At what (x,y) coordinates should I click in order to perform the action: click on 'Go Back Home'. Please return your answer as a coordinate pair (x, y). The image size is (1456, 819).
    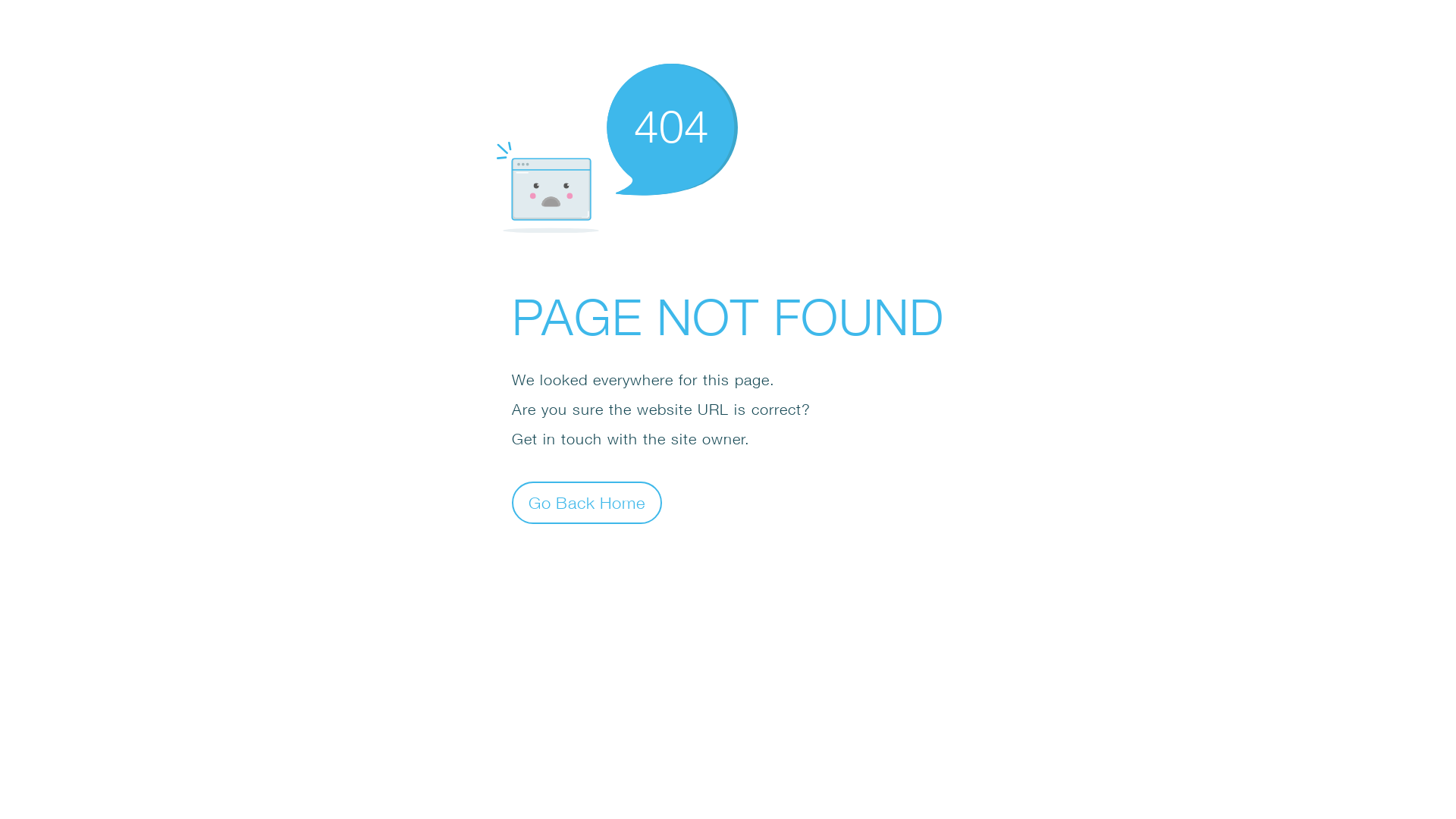
    Looking at the image, I should click on (585, 503).